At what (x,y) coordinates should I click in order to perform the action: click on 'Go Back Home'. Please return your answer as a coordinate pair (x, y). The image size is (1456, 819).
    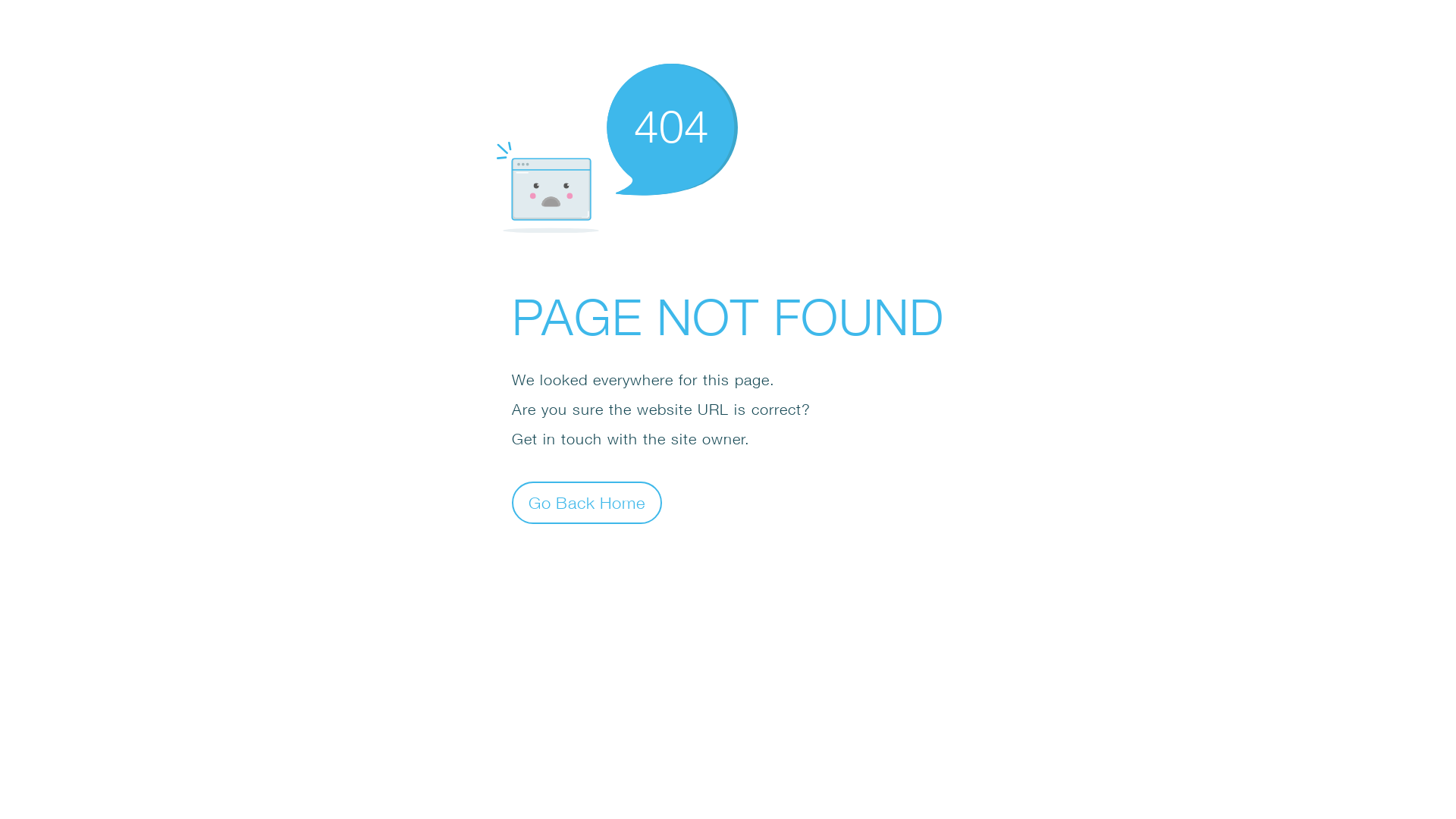
    Looking at the image, I should click on (585, 503).